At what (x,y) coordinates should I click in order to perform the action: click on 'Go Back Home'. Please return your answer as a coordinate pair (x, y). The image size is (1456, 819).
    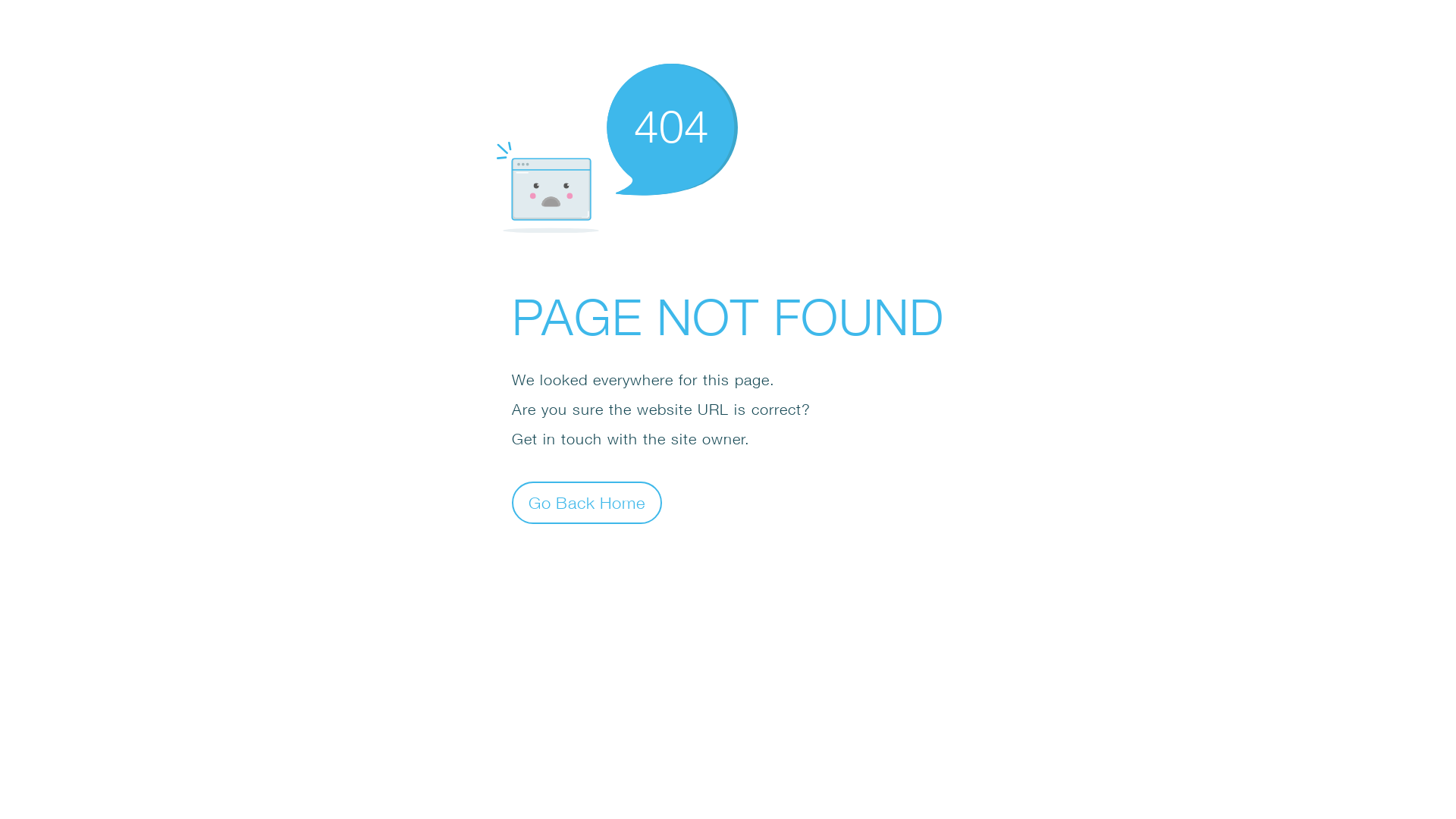
    Looking at the image, I should click on (585, 503).